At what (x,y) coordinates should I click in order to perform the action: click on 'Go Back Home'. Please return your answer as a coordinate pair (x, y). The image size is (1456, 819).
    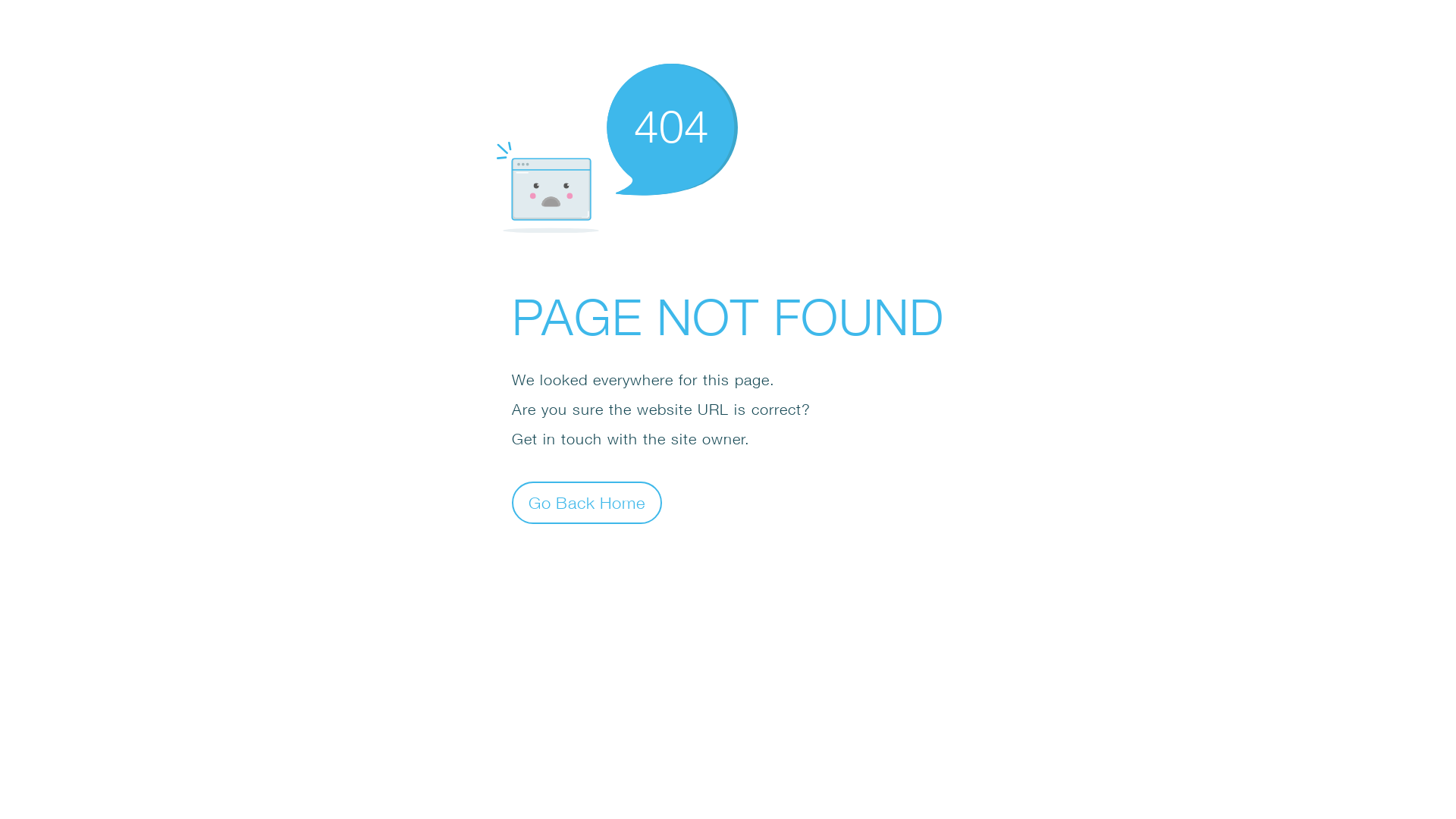
    Looking at the image, I should click on (585, 503).